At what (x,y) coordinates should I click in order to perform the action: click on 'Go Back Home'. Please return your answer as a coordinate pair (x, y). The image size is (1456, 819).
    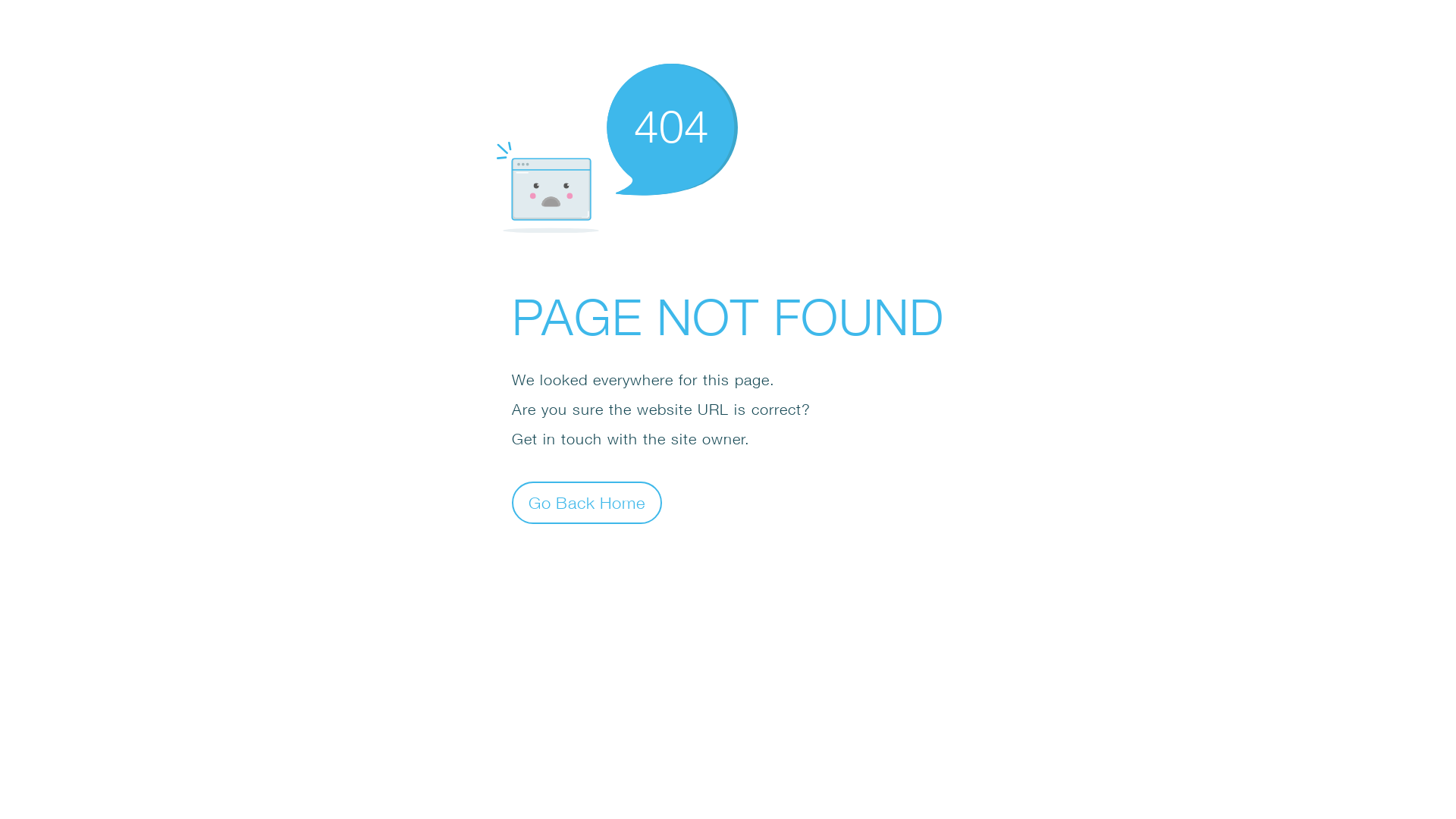
    Looking at the image, I should click on (585, 503).